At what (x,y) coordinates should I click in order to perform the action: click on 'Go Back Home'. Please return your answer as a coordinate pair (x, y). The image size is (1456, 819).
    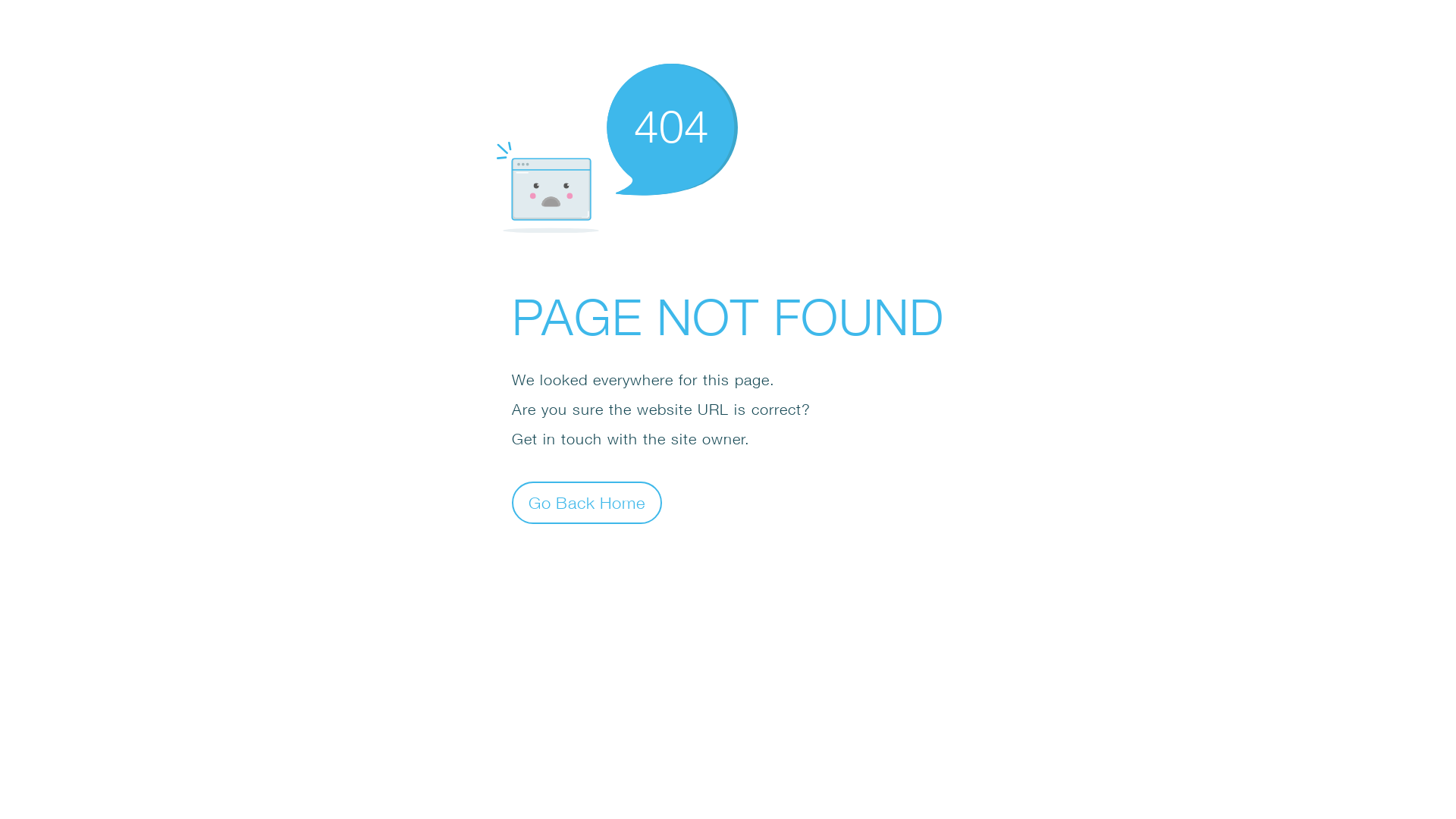
    Looking at the image, I should click on (585, 503).